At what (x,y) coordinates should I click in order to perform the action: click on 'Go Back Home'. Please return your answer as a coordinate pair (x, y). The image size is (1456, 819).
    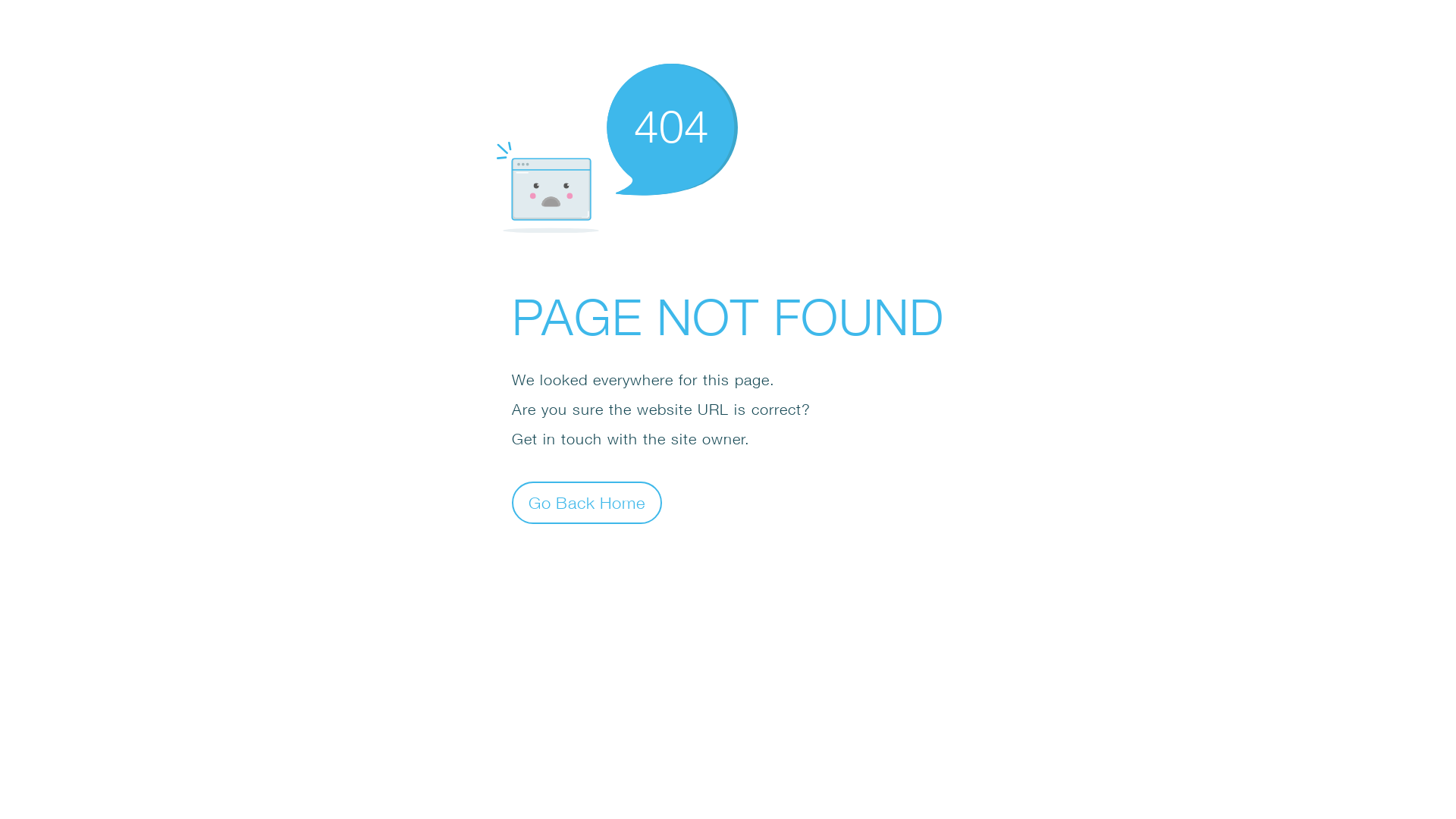
    Looking at the image, I should click on (585, 503).